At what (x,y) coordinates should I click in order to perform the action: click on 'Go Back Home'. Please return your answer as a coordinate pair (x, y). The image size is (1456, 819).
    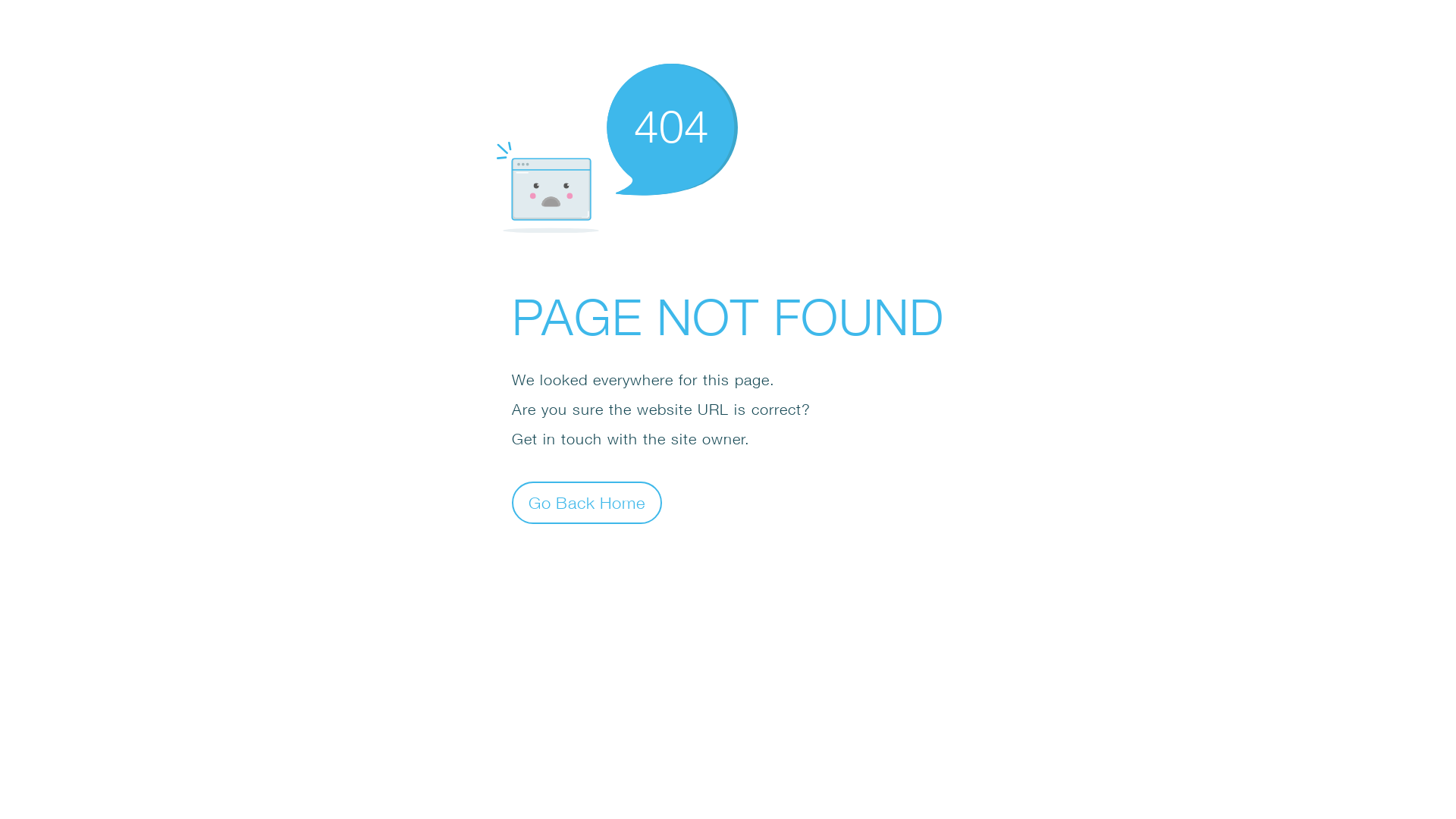
    Looking at the image, I should click on (585, 503).